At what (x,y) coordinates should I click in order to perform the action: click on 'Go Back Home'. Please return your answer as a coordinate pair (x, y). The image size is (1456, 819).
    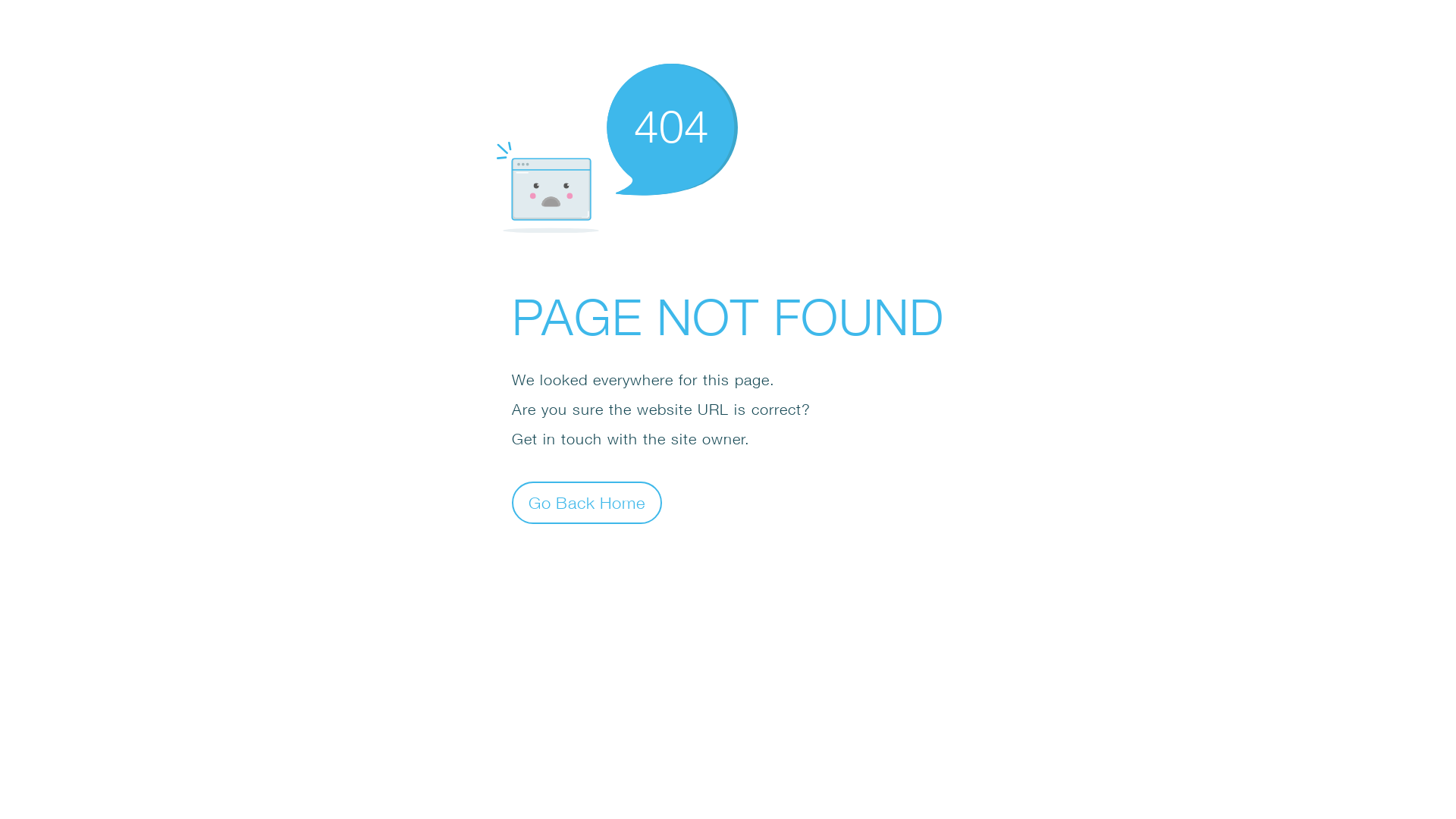
    Looking at the image, I should click on (585, 503).